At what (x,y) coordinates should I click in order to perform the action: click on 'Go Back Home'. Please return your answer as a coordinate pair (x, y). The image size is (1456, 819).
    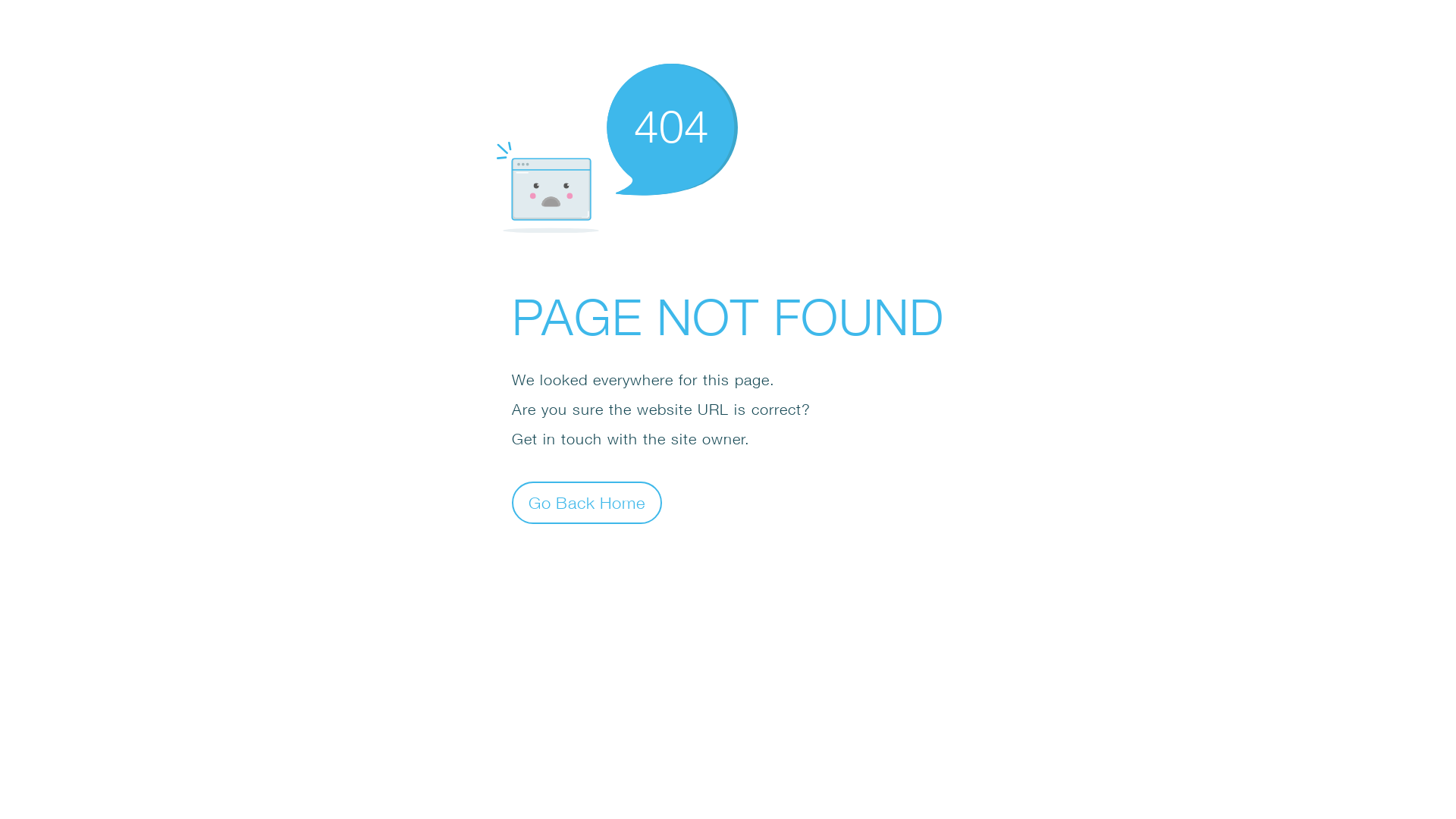
    Looking at the image, I should click on (585, 503).